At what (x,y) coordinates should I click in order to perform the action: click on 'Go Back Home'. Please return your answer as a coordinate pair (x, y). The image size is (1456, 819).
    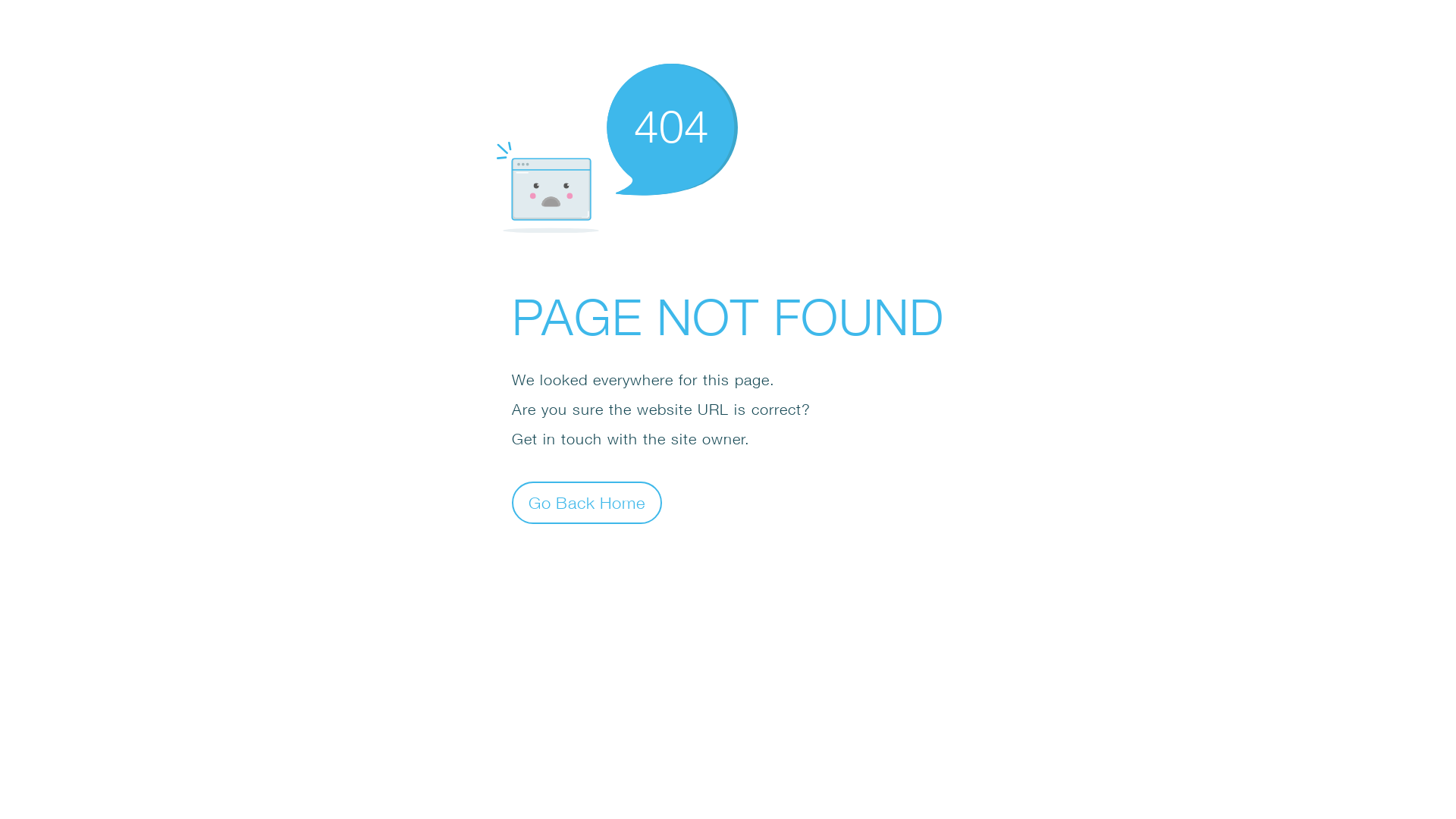
    Looking at the image, I should click on (585, 503).